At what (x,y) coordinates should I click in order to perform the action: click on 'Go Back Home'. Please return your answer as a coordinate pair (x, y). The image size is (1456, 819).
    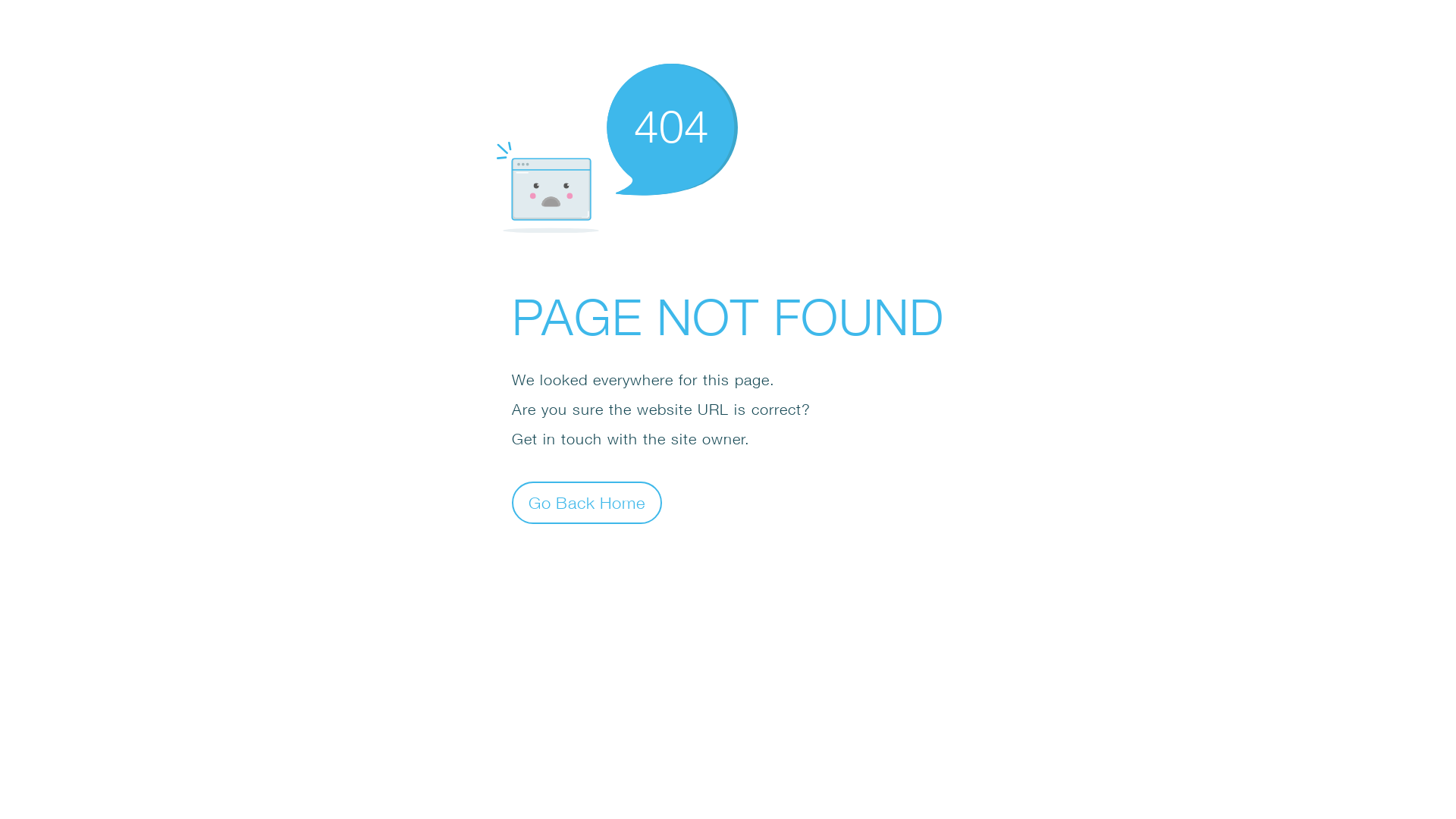
    Looking at the image, I should click on (585, 503).